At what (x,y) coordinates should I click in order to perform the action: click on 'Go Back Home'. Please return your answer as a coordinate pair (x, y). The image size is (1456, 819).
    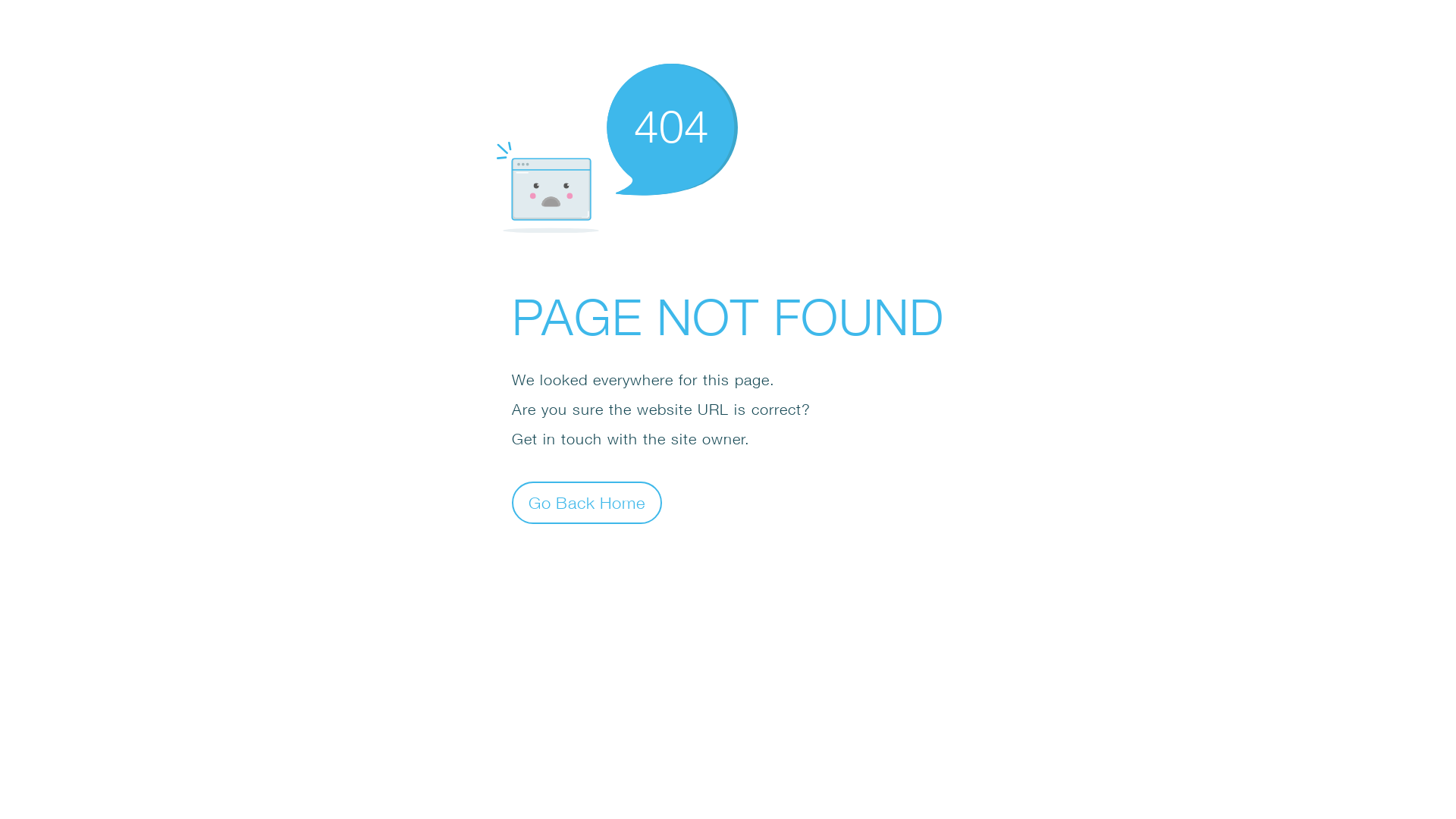
    Looking at the image, I should click on (585, 503).